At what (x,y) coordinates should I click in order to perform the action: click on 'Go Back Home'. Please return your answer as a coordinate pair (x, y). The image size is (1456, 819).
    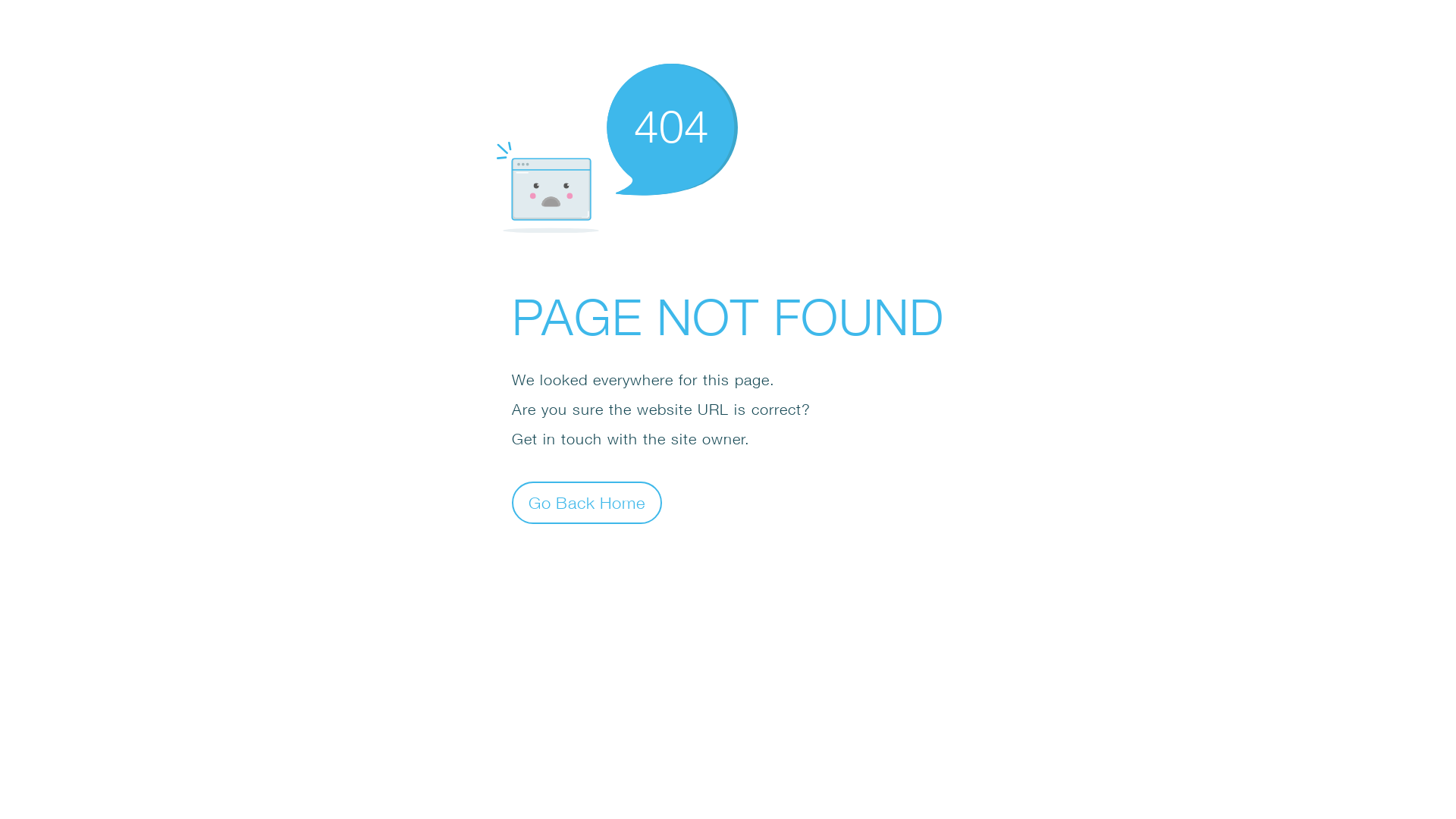
    Looking at the image, I should click on (585, 503).